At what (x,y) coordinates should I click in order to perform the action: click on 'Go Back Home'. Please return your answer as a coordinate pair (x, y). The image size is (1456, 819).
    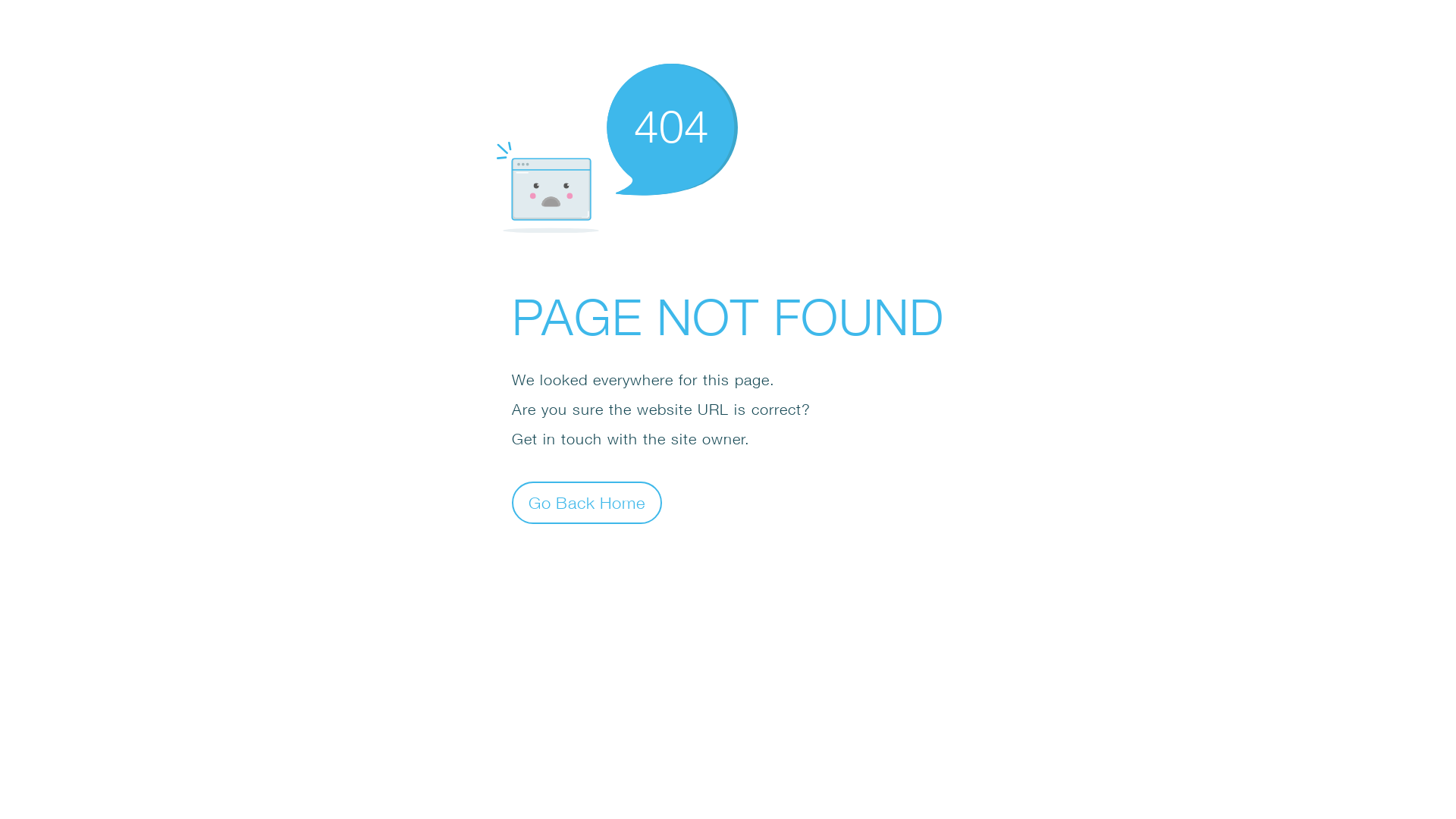
    Looking at the image, I should click on (585, 503).